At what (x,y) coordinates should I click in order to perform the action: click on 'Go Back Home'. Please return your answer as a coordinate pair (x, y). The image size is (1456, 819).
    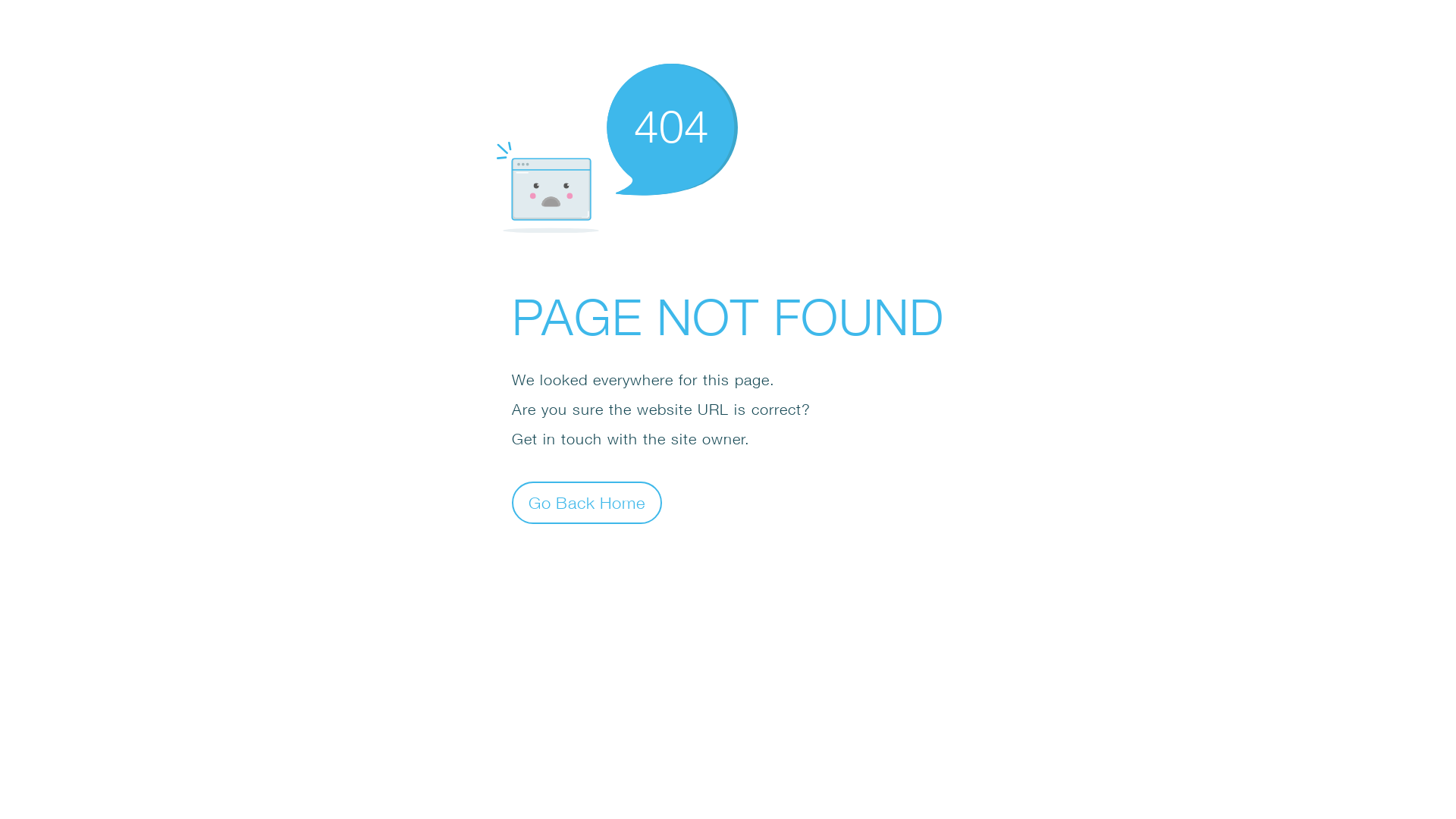
    Looking at the image, I should click on (585, 503).